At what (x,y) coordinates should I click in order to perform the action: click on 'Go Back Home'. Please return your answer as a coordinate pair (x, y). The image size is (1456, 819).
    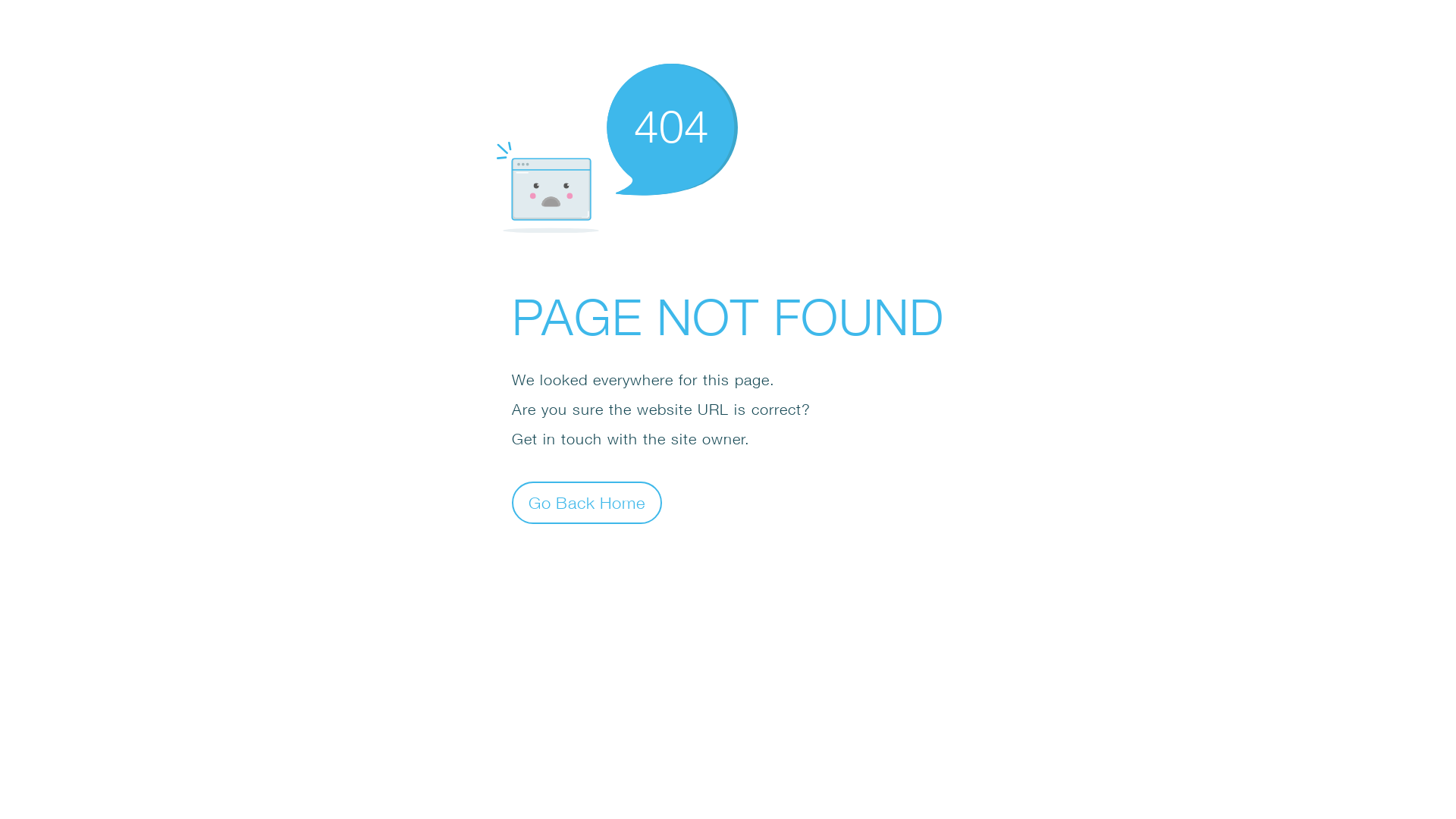
    Looking at the image, I should click on (585, 503).